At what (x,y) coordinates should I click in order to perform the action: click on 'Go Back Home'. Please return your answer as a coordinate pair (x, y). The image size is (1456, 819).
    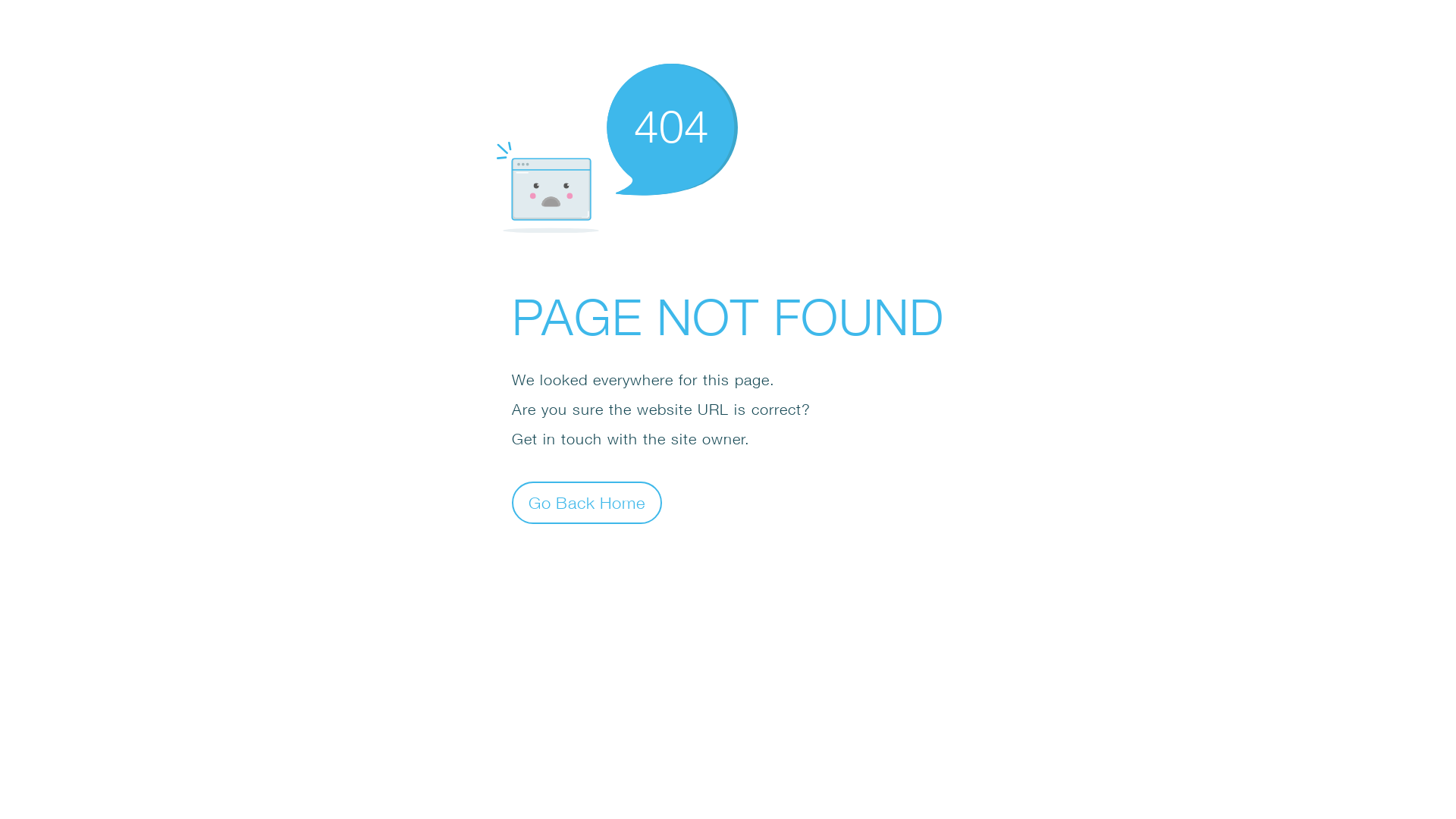
    Looking at the image, I should click on (585, 503).